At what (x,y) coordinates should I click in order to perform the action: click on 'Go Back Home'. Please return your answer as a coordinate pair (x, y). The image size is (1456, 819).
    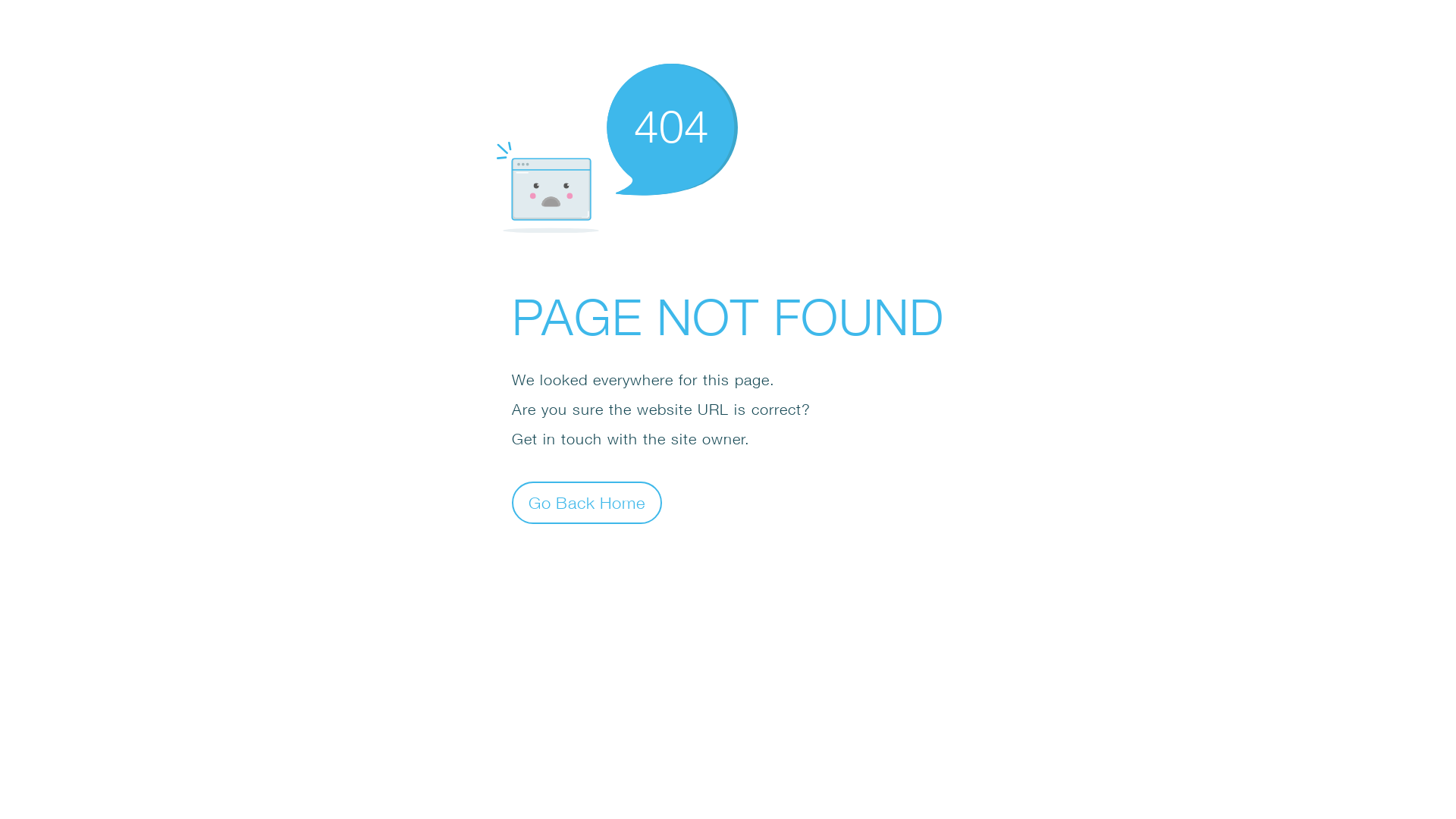
    Looking at the image, I should click on (585, 503).